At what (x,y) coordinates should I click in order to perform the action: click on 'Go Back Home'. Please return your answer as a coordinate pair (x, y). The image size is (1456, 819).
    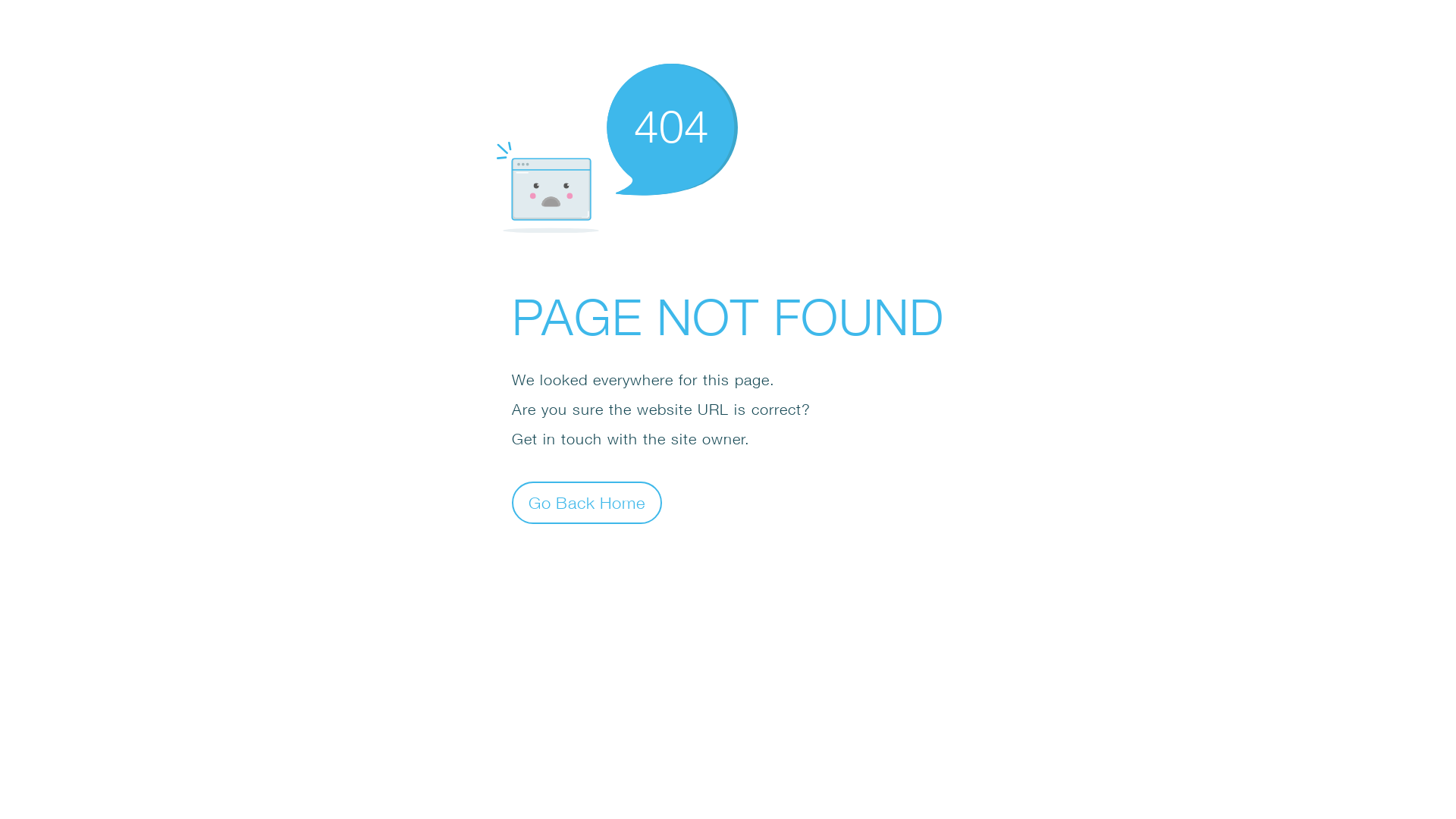
    Looking at the image, I should click on (585, 503).